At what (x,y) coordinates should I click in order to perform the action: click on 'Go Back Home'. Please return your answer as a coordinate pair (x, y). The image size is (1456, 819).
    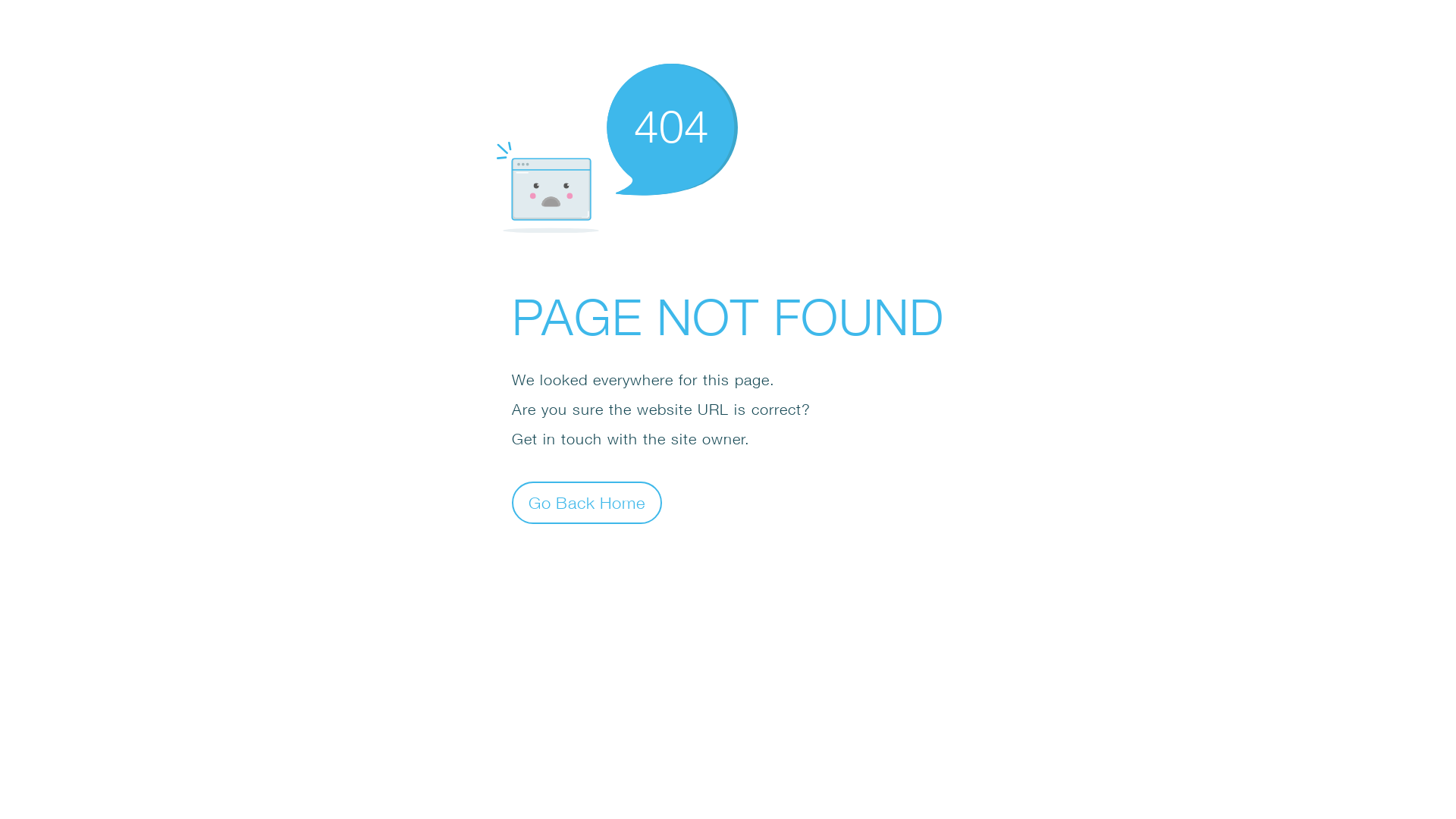
    Looking at the image, I should click on (585, 503).